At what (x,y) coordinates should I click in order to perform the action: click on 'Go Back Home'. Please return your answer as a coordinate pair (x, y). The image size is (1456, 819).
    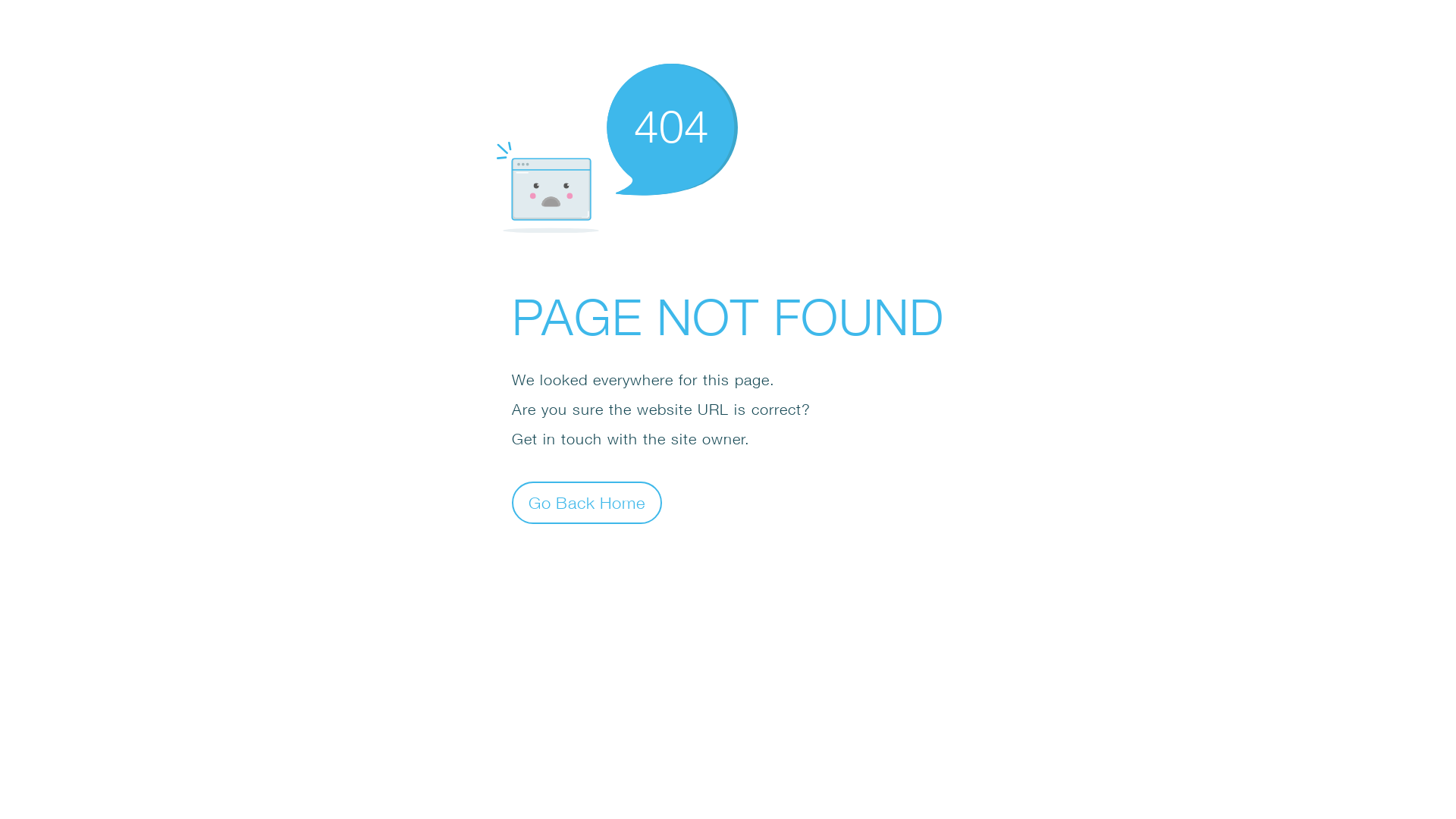
    Looking at the image, I should click on (585, 503).